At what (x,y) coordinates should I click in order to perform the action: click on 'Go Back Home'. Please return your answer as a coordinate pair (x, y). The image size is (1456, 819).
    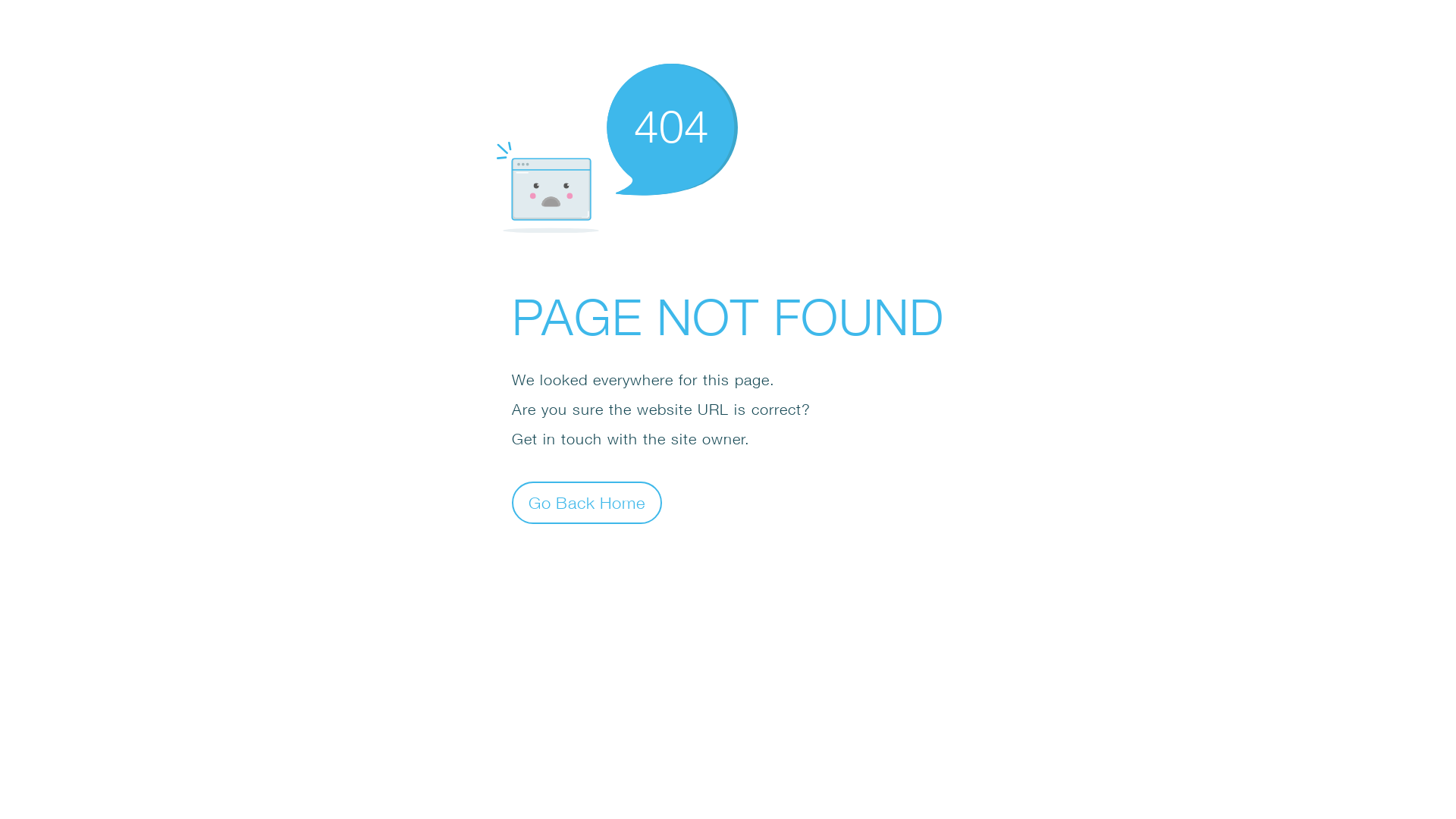
    Looking at the image, I should click on (585, 503).